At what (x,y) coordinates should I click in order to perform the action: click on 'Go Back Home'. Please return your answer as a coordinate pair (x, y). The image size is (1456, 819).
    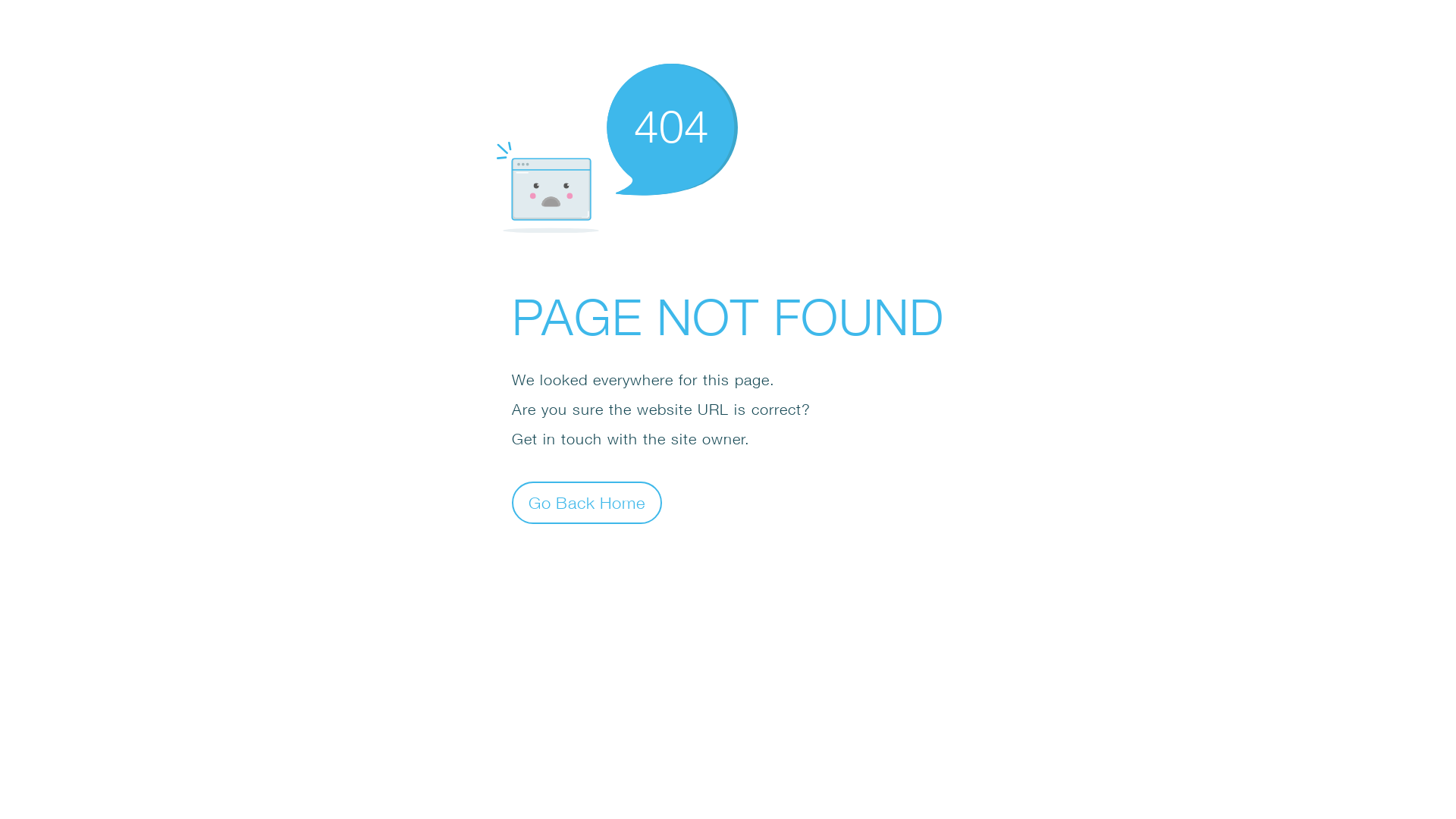
    Looking at the image, I should click on (585, 503).